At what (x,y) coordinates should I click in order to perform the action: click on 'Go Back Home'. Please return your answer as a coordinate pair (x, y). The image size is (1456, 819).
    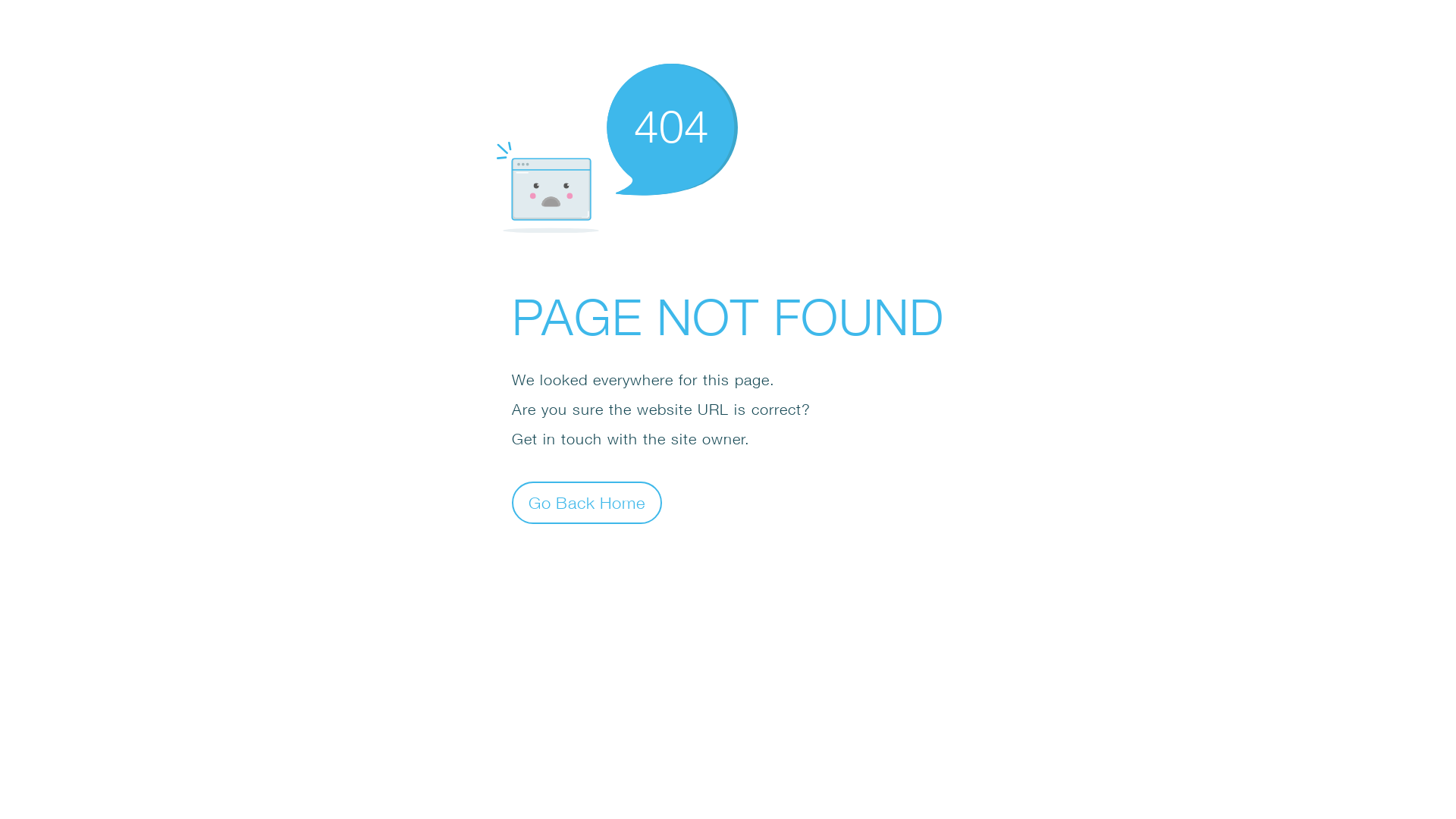
    Looking at the image, I should click on (585, 503).